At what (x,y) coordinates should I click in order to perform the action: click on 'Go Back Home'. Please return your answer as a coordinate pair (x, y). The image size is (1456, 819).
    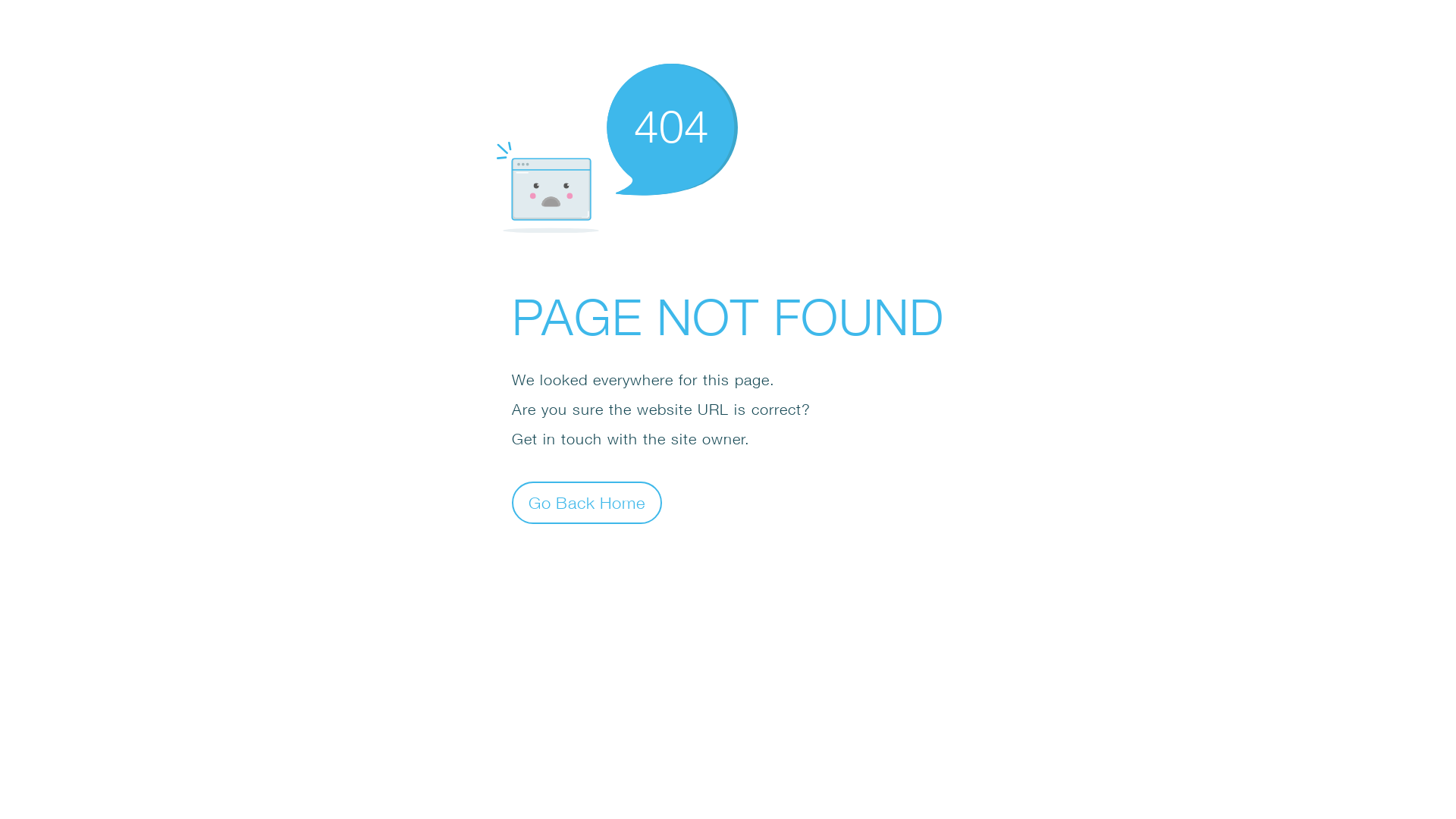
    Looking at the image, I should click on (585, 503).